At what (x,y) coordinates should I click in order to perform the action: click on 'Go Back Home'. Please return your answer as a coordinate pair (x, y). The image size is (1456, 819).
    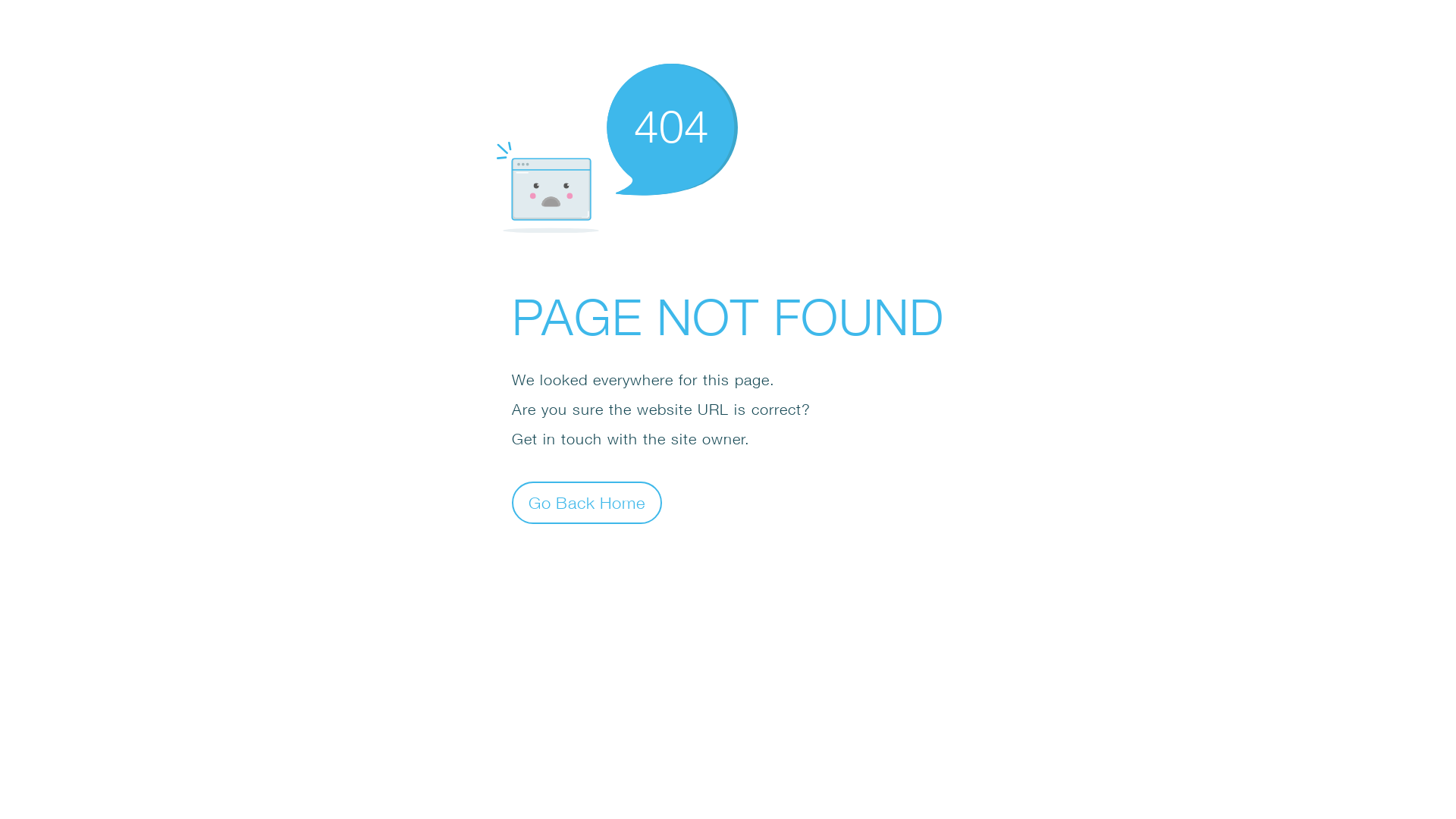
    Looking at the image, I should click on (585, 503).